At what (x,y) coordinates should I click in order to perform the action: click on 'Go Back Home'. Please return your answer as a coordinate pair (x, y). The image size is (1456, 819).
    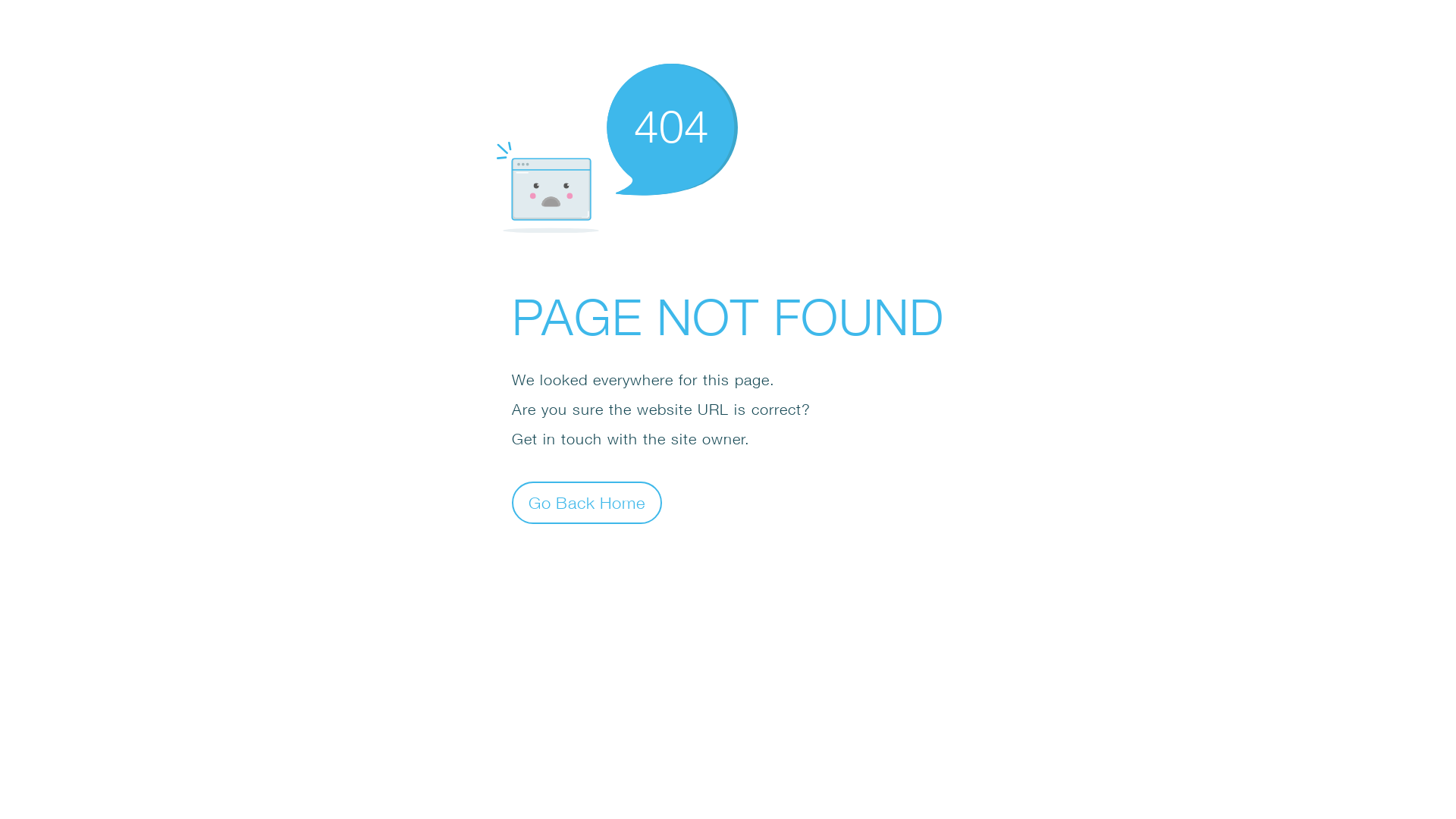
    Looking at the image, I should click on (585, 503).